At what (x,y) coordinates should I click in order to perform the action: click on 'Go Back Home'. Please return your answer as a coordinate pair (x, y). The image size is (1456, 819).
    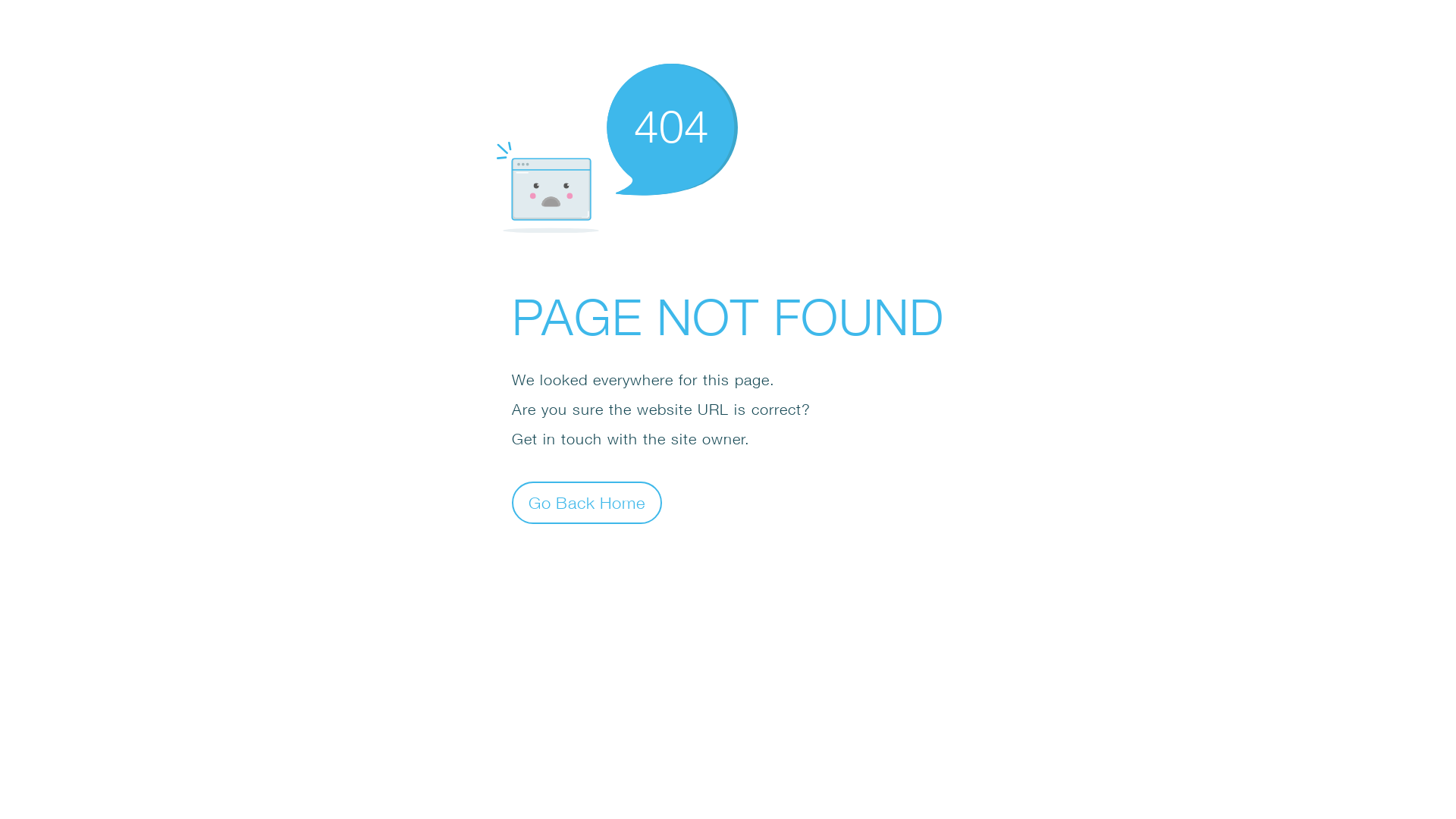
    Looking at the image, I should click on (585, 503).